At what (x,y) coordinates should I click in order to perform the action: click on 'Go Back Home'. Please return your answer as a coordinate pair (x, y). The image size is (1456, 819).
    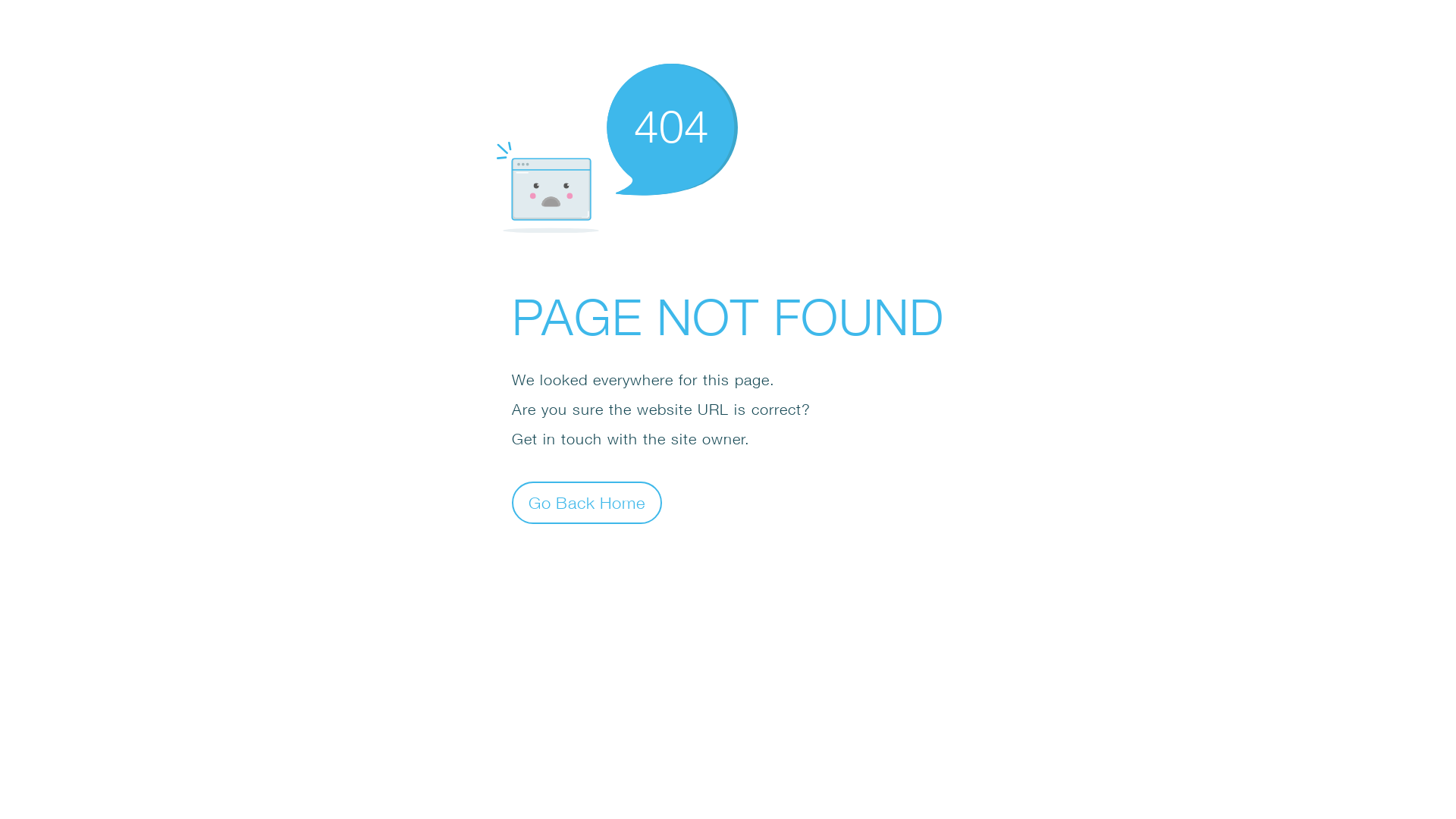
    Looking at the image, I should click on (585, 503).